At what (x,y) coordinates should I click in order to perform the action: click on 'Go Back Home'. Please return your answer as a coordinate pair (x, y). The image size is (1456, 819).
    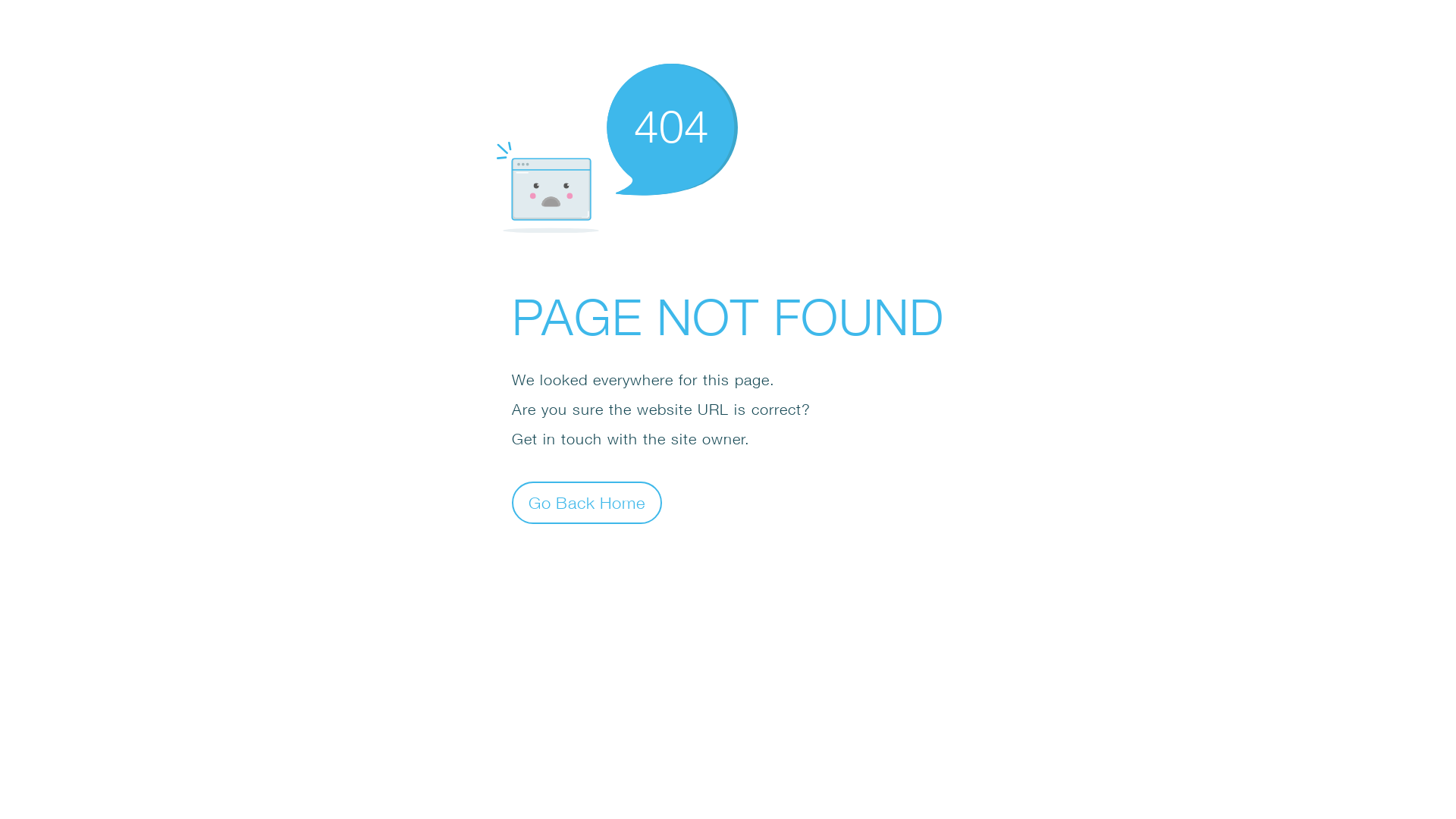
    Looking at the image, I should click on (585, 503).